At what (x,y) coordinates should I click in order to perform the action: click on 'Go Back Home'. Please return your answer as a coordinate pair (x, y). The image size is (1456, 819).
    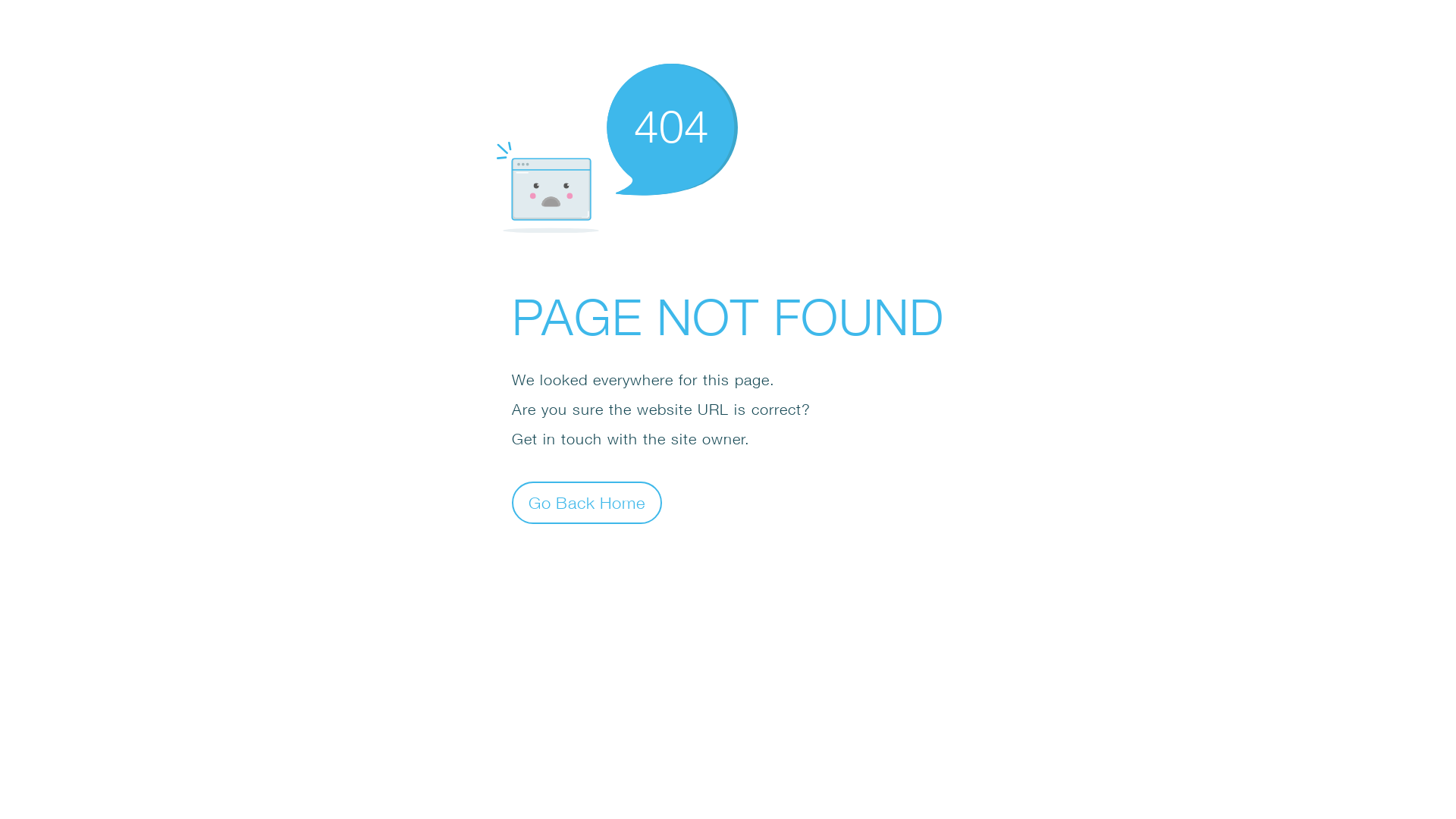
    Looking at the image, I should click on (585, 503).